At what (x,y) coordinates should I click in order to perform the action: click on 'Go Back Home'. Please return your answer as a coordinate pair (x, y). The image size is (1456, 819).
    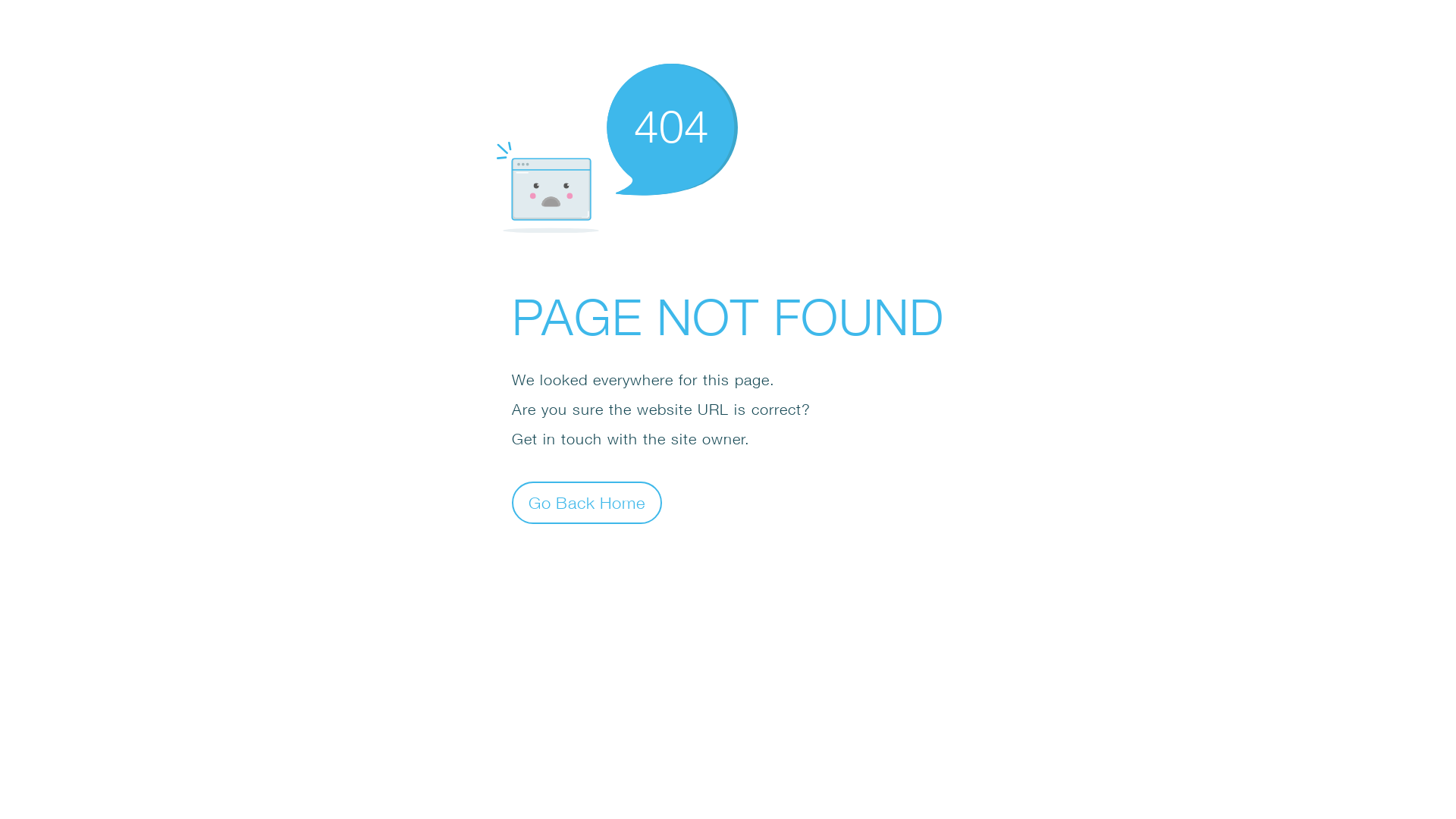
    Looking at the image, I should click on (585, 503).